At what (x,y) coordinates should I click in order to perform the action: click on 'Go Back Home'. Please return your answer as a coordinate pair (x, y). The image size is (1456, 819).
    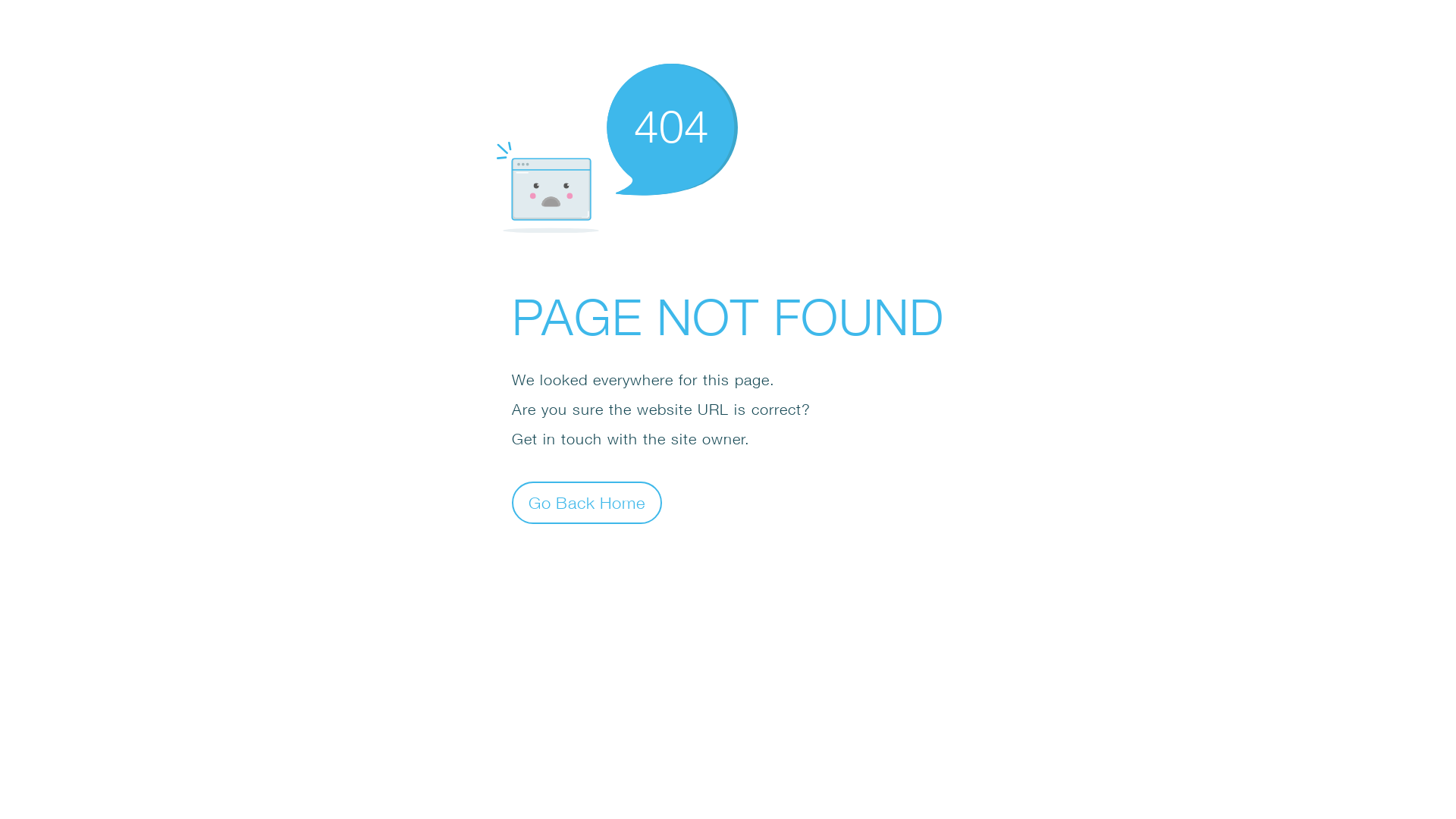
    Looking at the image, I should click on (585, 503).